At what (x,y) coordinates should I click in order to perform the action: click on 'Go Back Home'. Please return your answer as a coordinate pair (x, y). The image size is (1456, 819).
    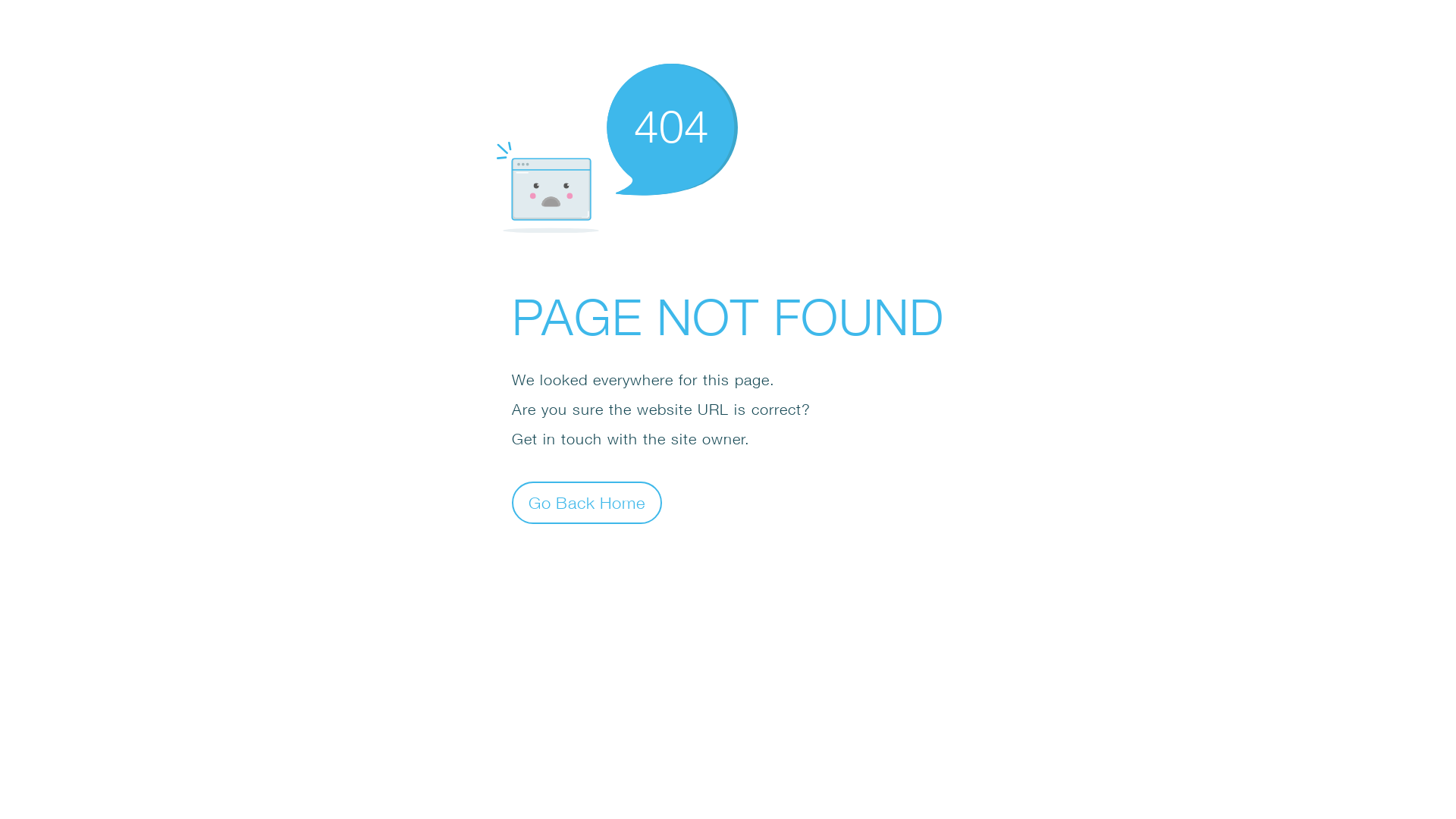
    Looking at the image, I should click on (585, 503).